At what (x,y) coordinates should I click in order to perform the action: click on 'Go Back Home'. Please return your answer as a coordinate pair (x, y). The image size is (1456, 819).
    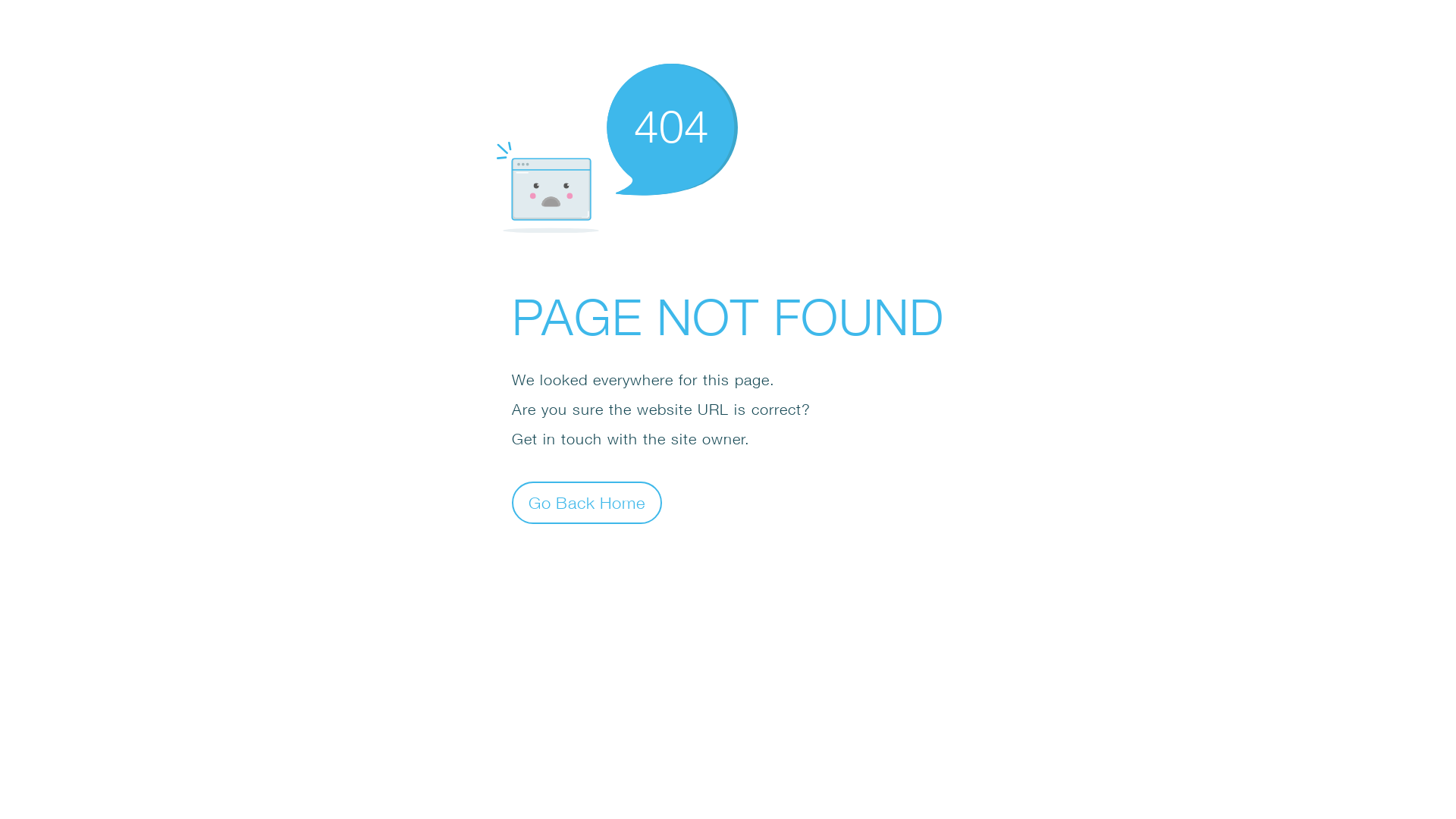
    Looking at the image, I should click on (585, 503).